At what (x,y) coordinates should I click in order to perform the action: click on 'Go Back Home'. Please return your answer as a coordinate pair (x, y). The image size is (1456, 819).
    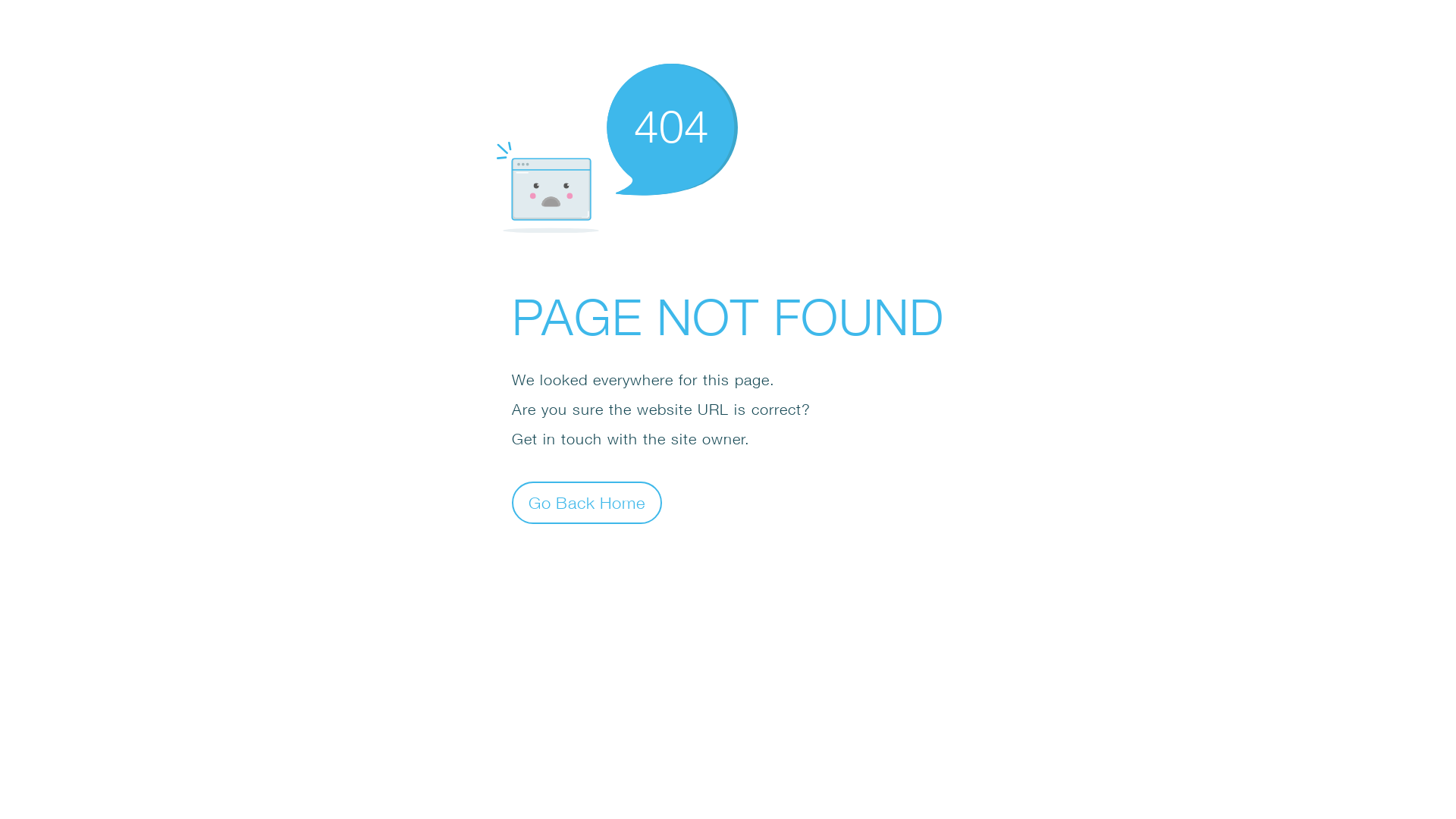
    Looking at the image, I should click on (585, 503).